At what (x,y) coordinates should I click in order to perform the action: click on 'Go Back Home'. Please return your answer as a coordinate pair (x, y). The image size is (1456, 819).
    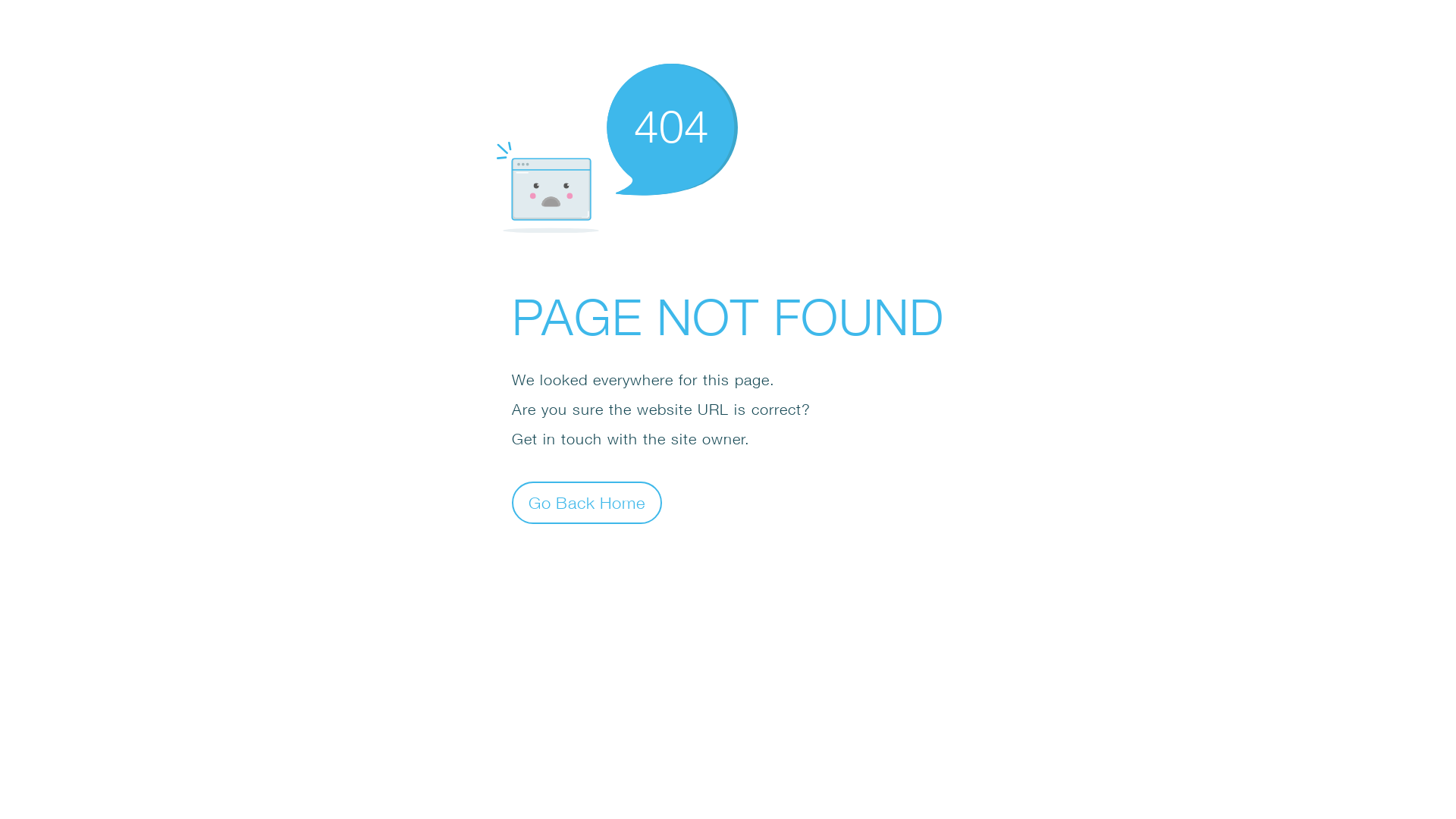
    Looking at the image, I should click on (585, 503).